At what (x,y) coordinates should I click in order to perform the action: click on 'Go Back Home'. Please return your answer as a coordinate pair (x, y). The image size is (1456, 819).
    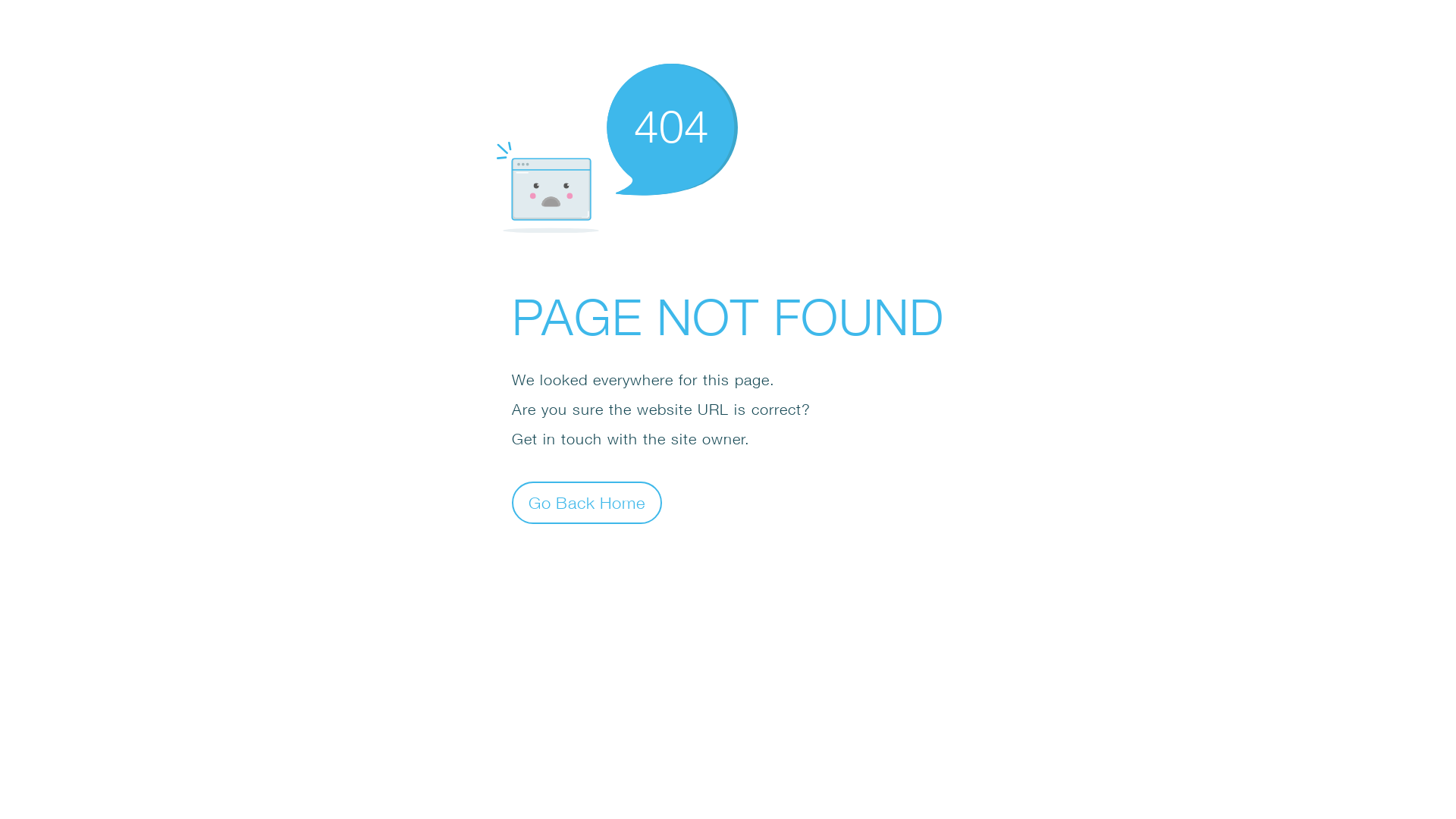
    Looking at the image, I should click on (585, 503).